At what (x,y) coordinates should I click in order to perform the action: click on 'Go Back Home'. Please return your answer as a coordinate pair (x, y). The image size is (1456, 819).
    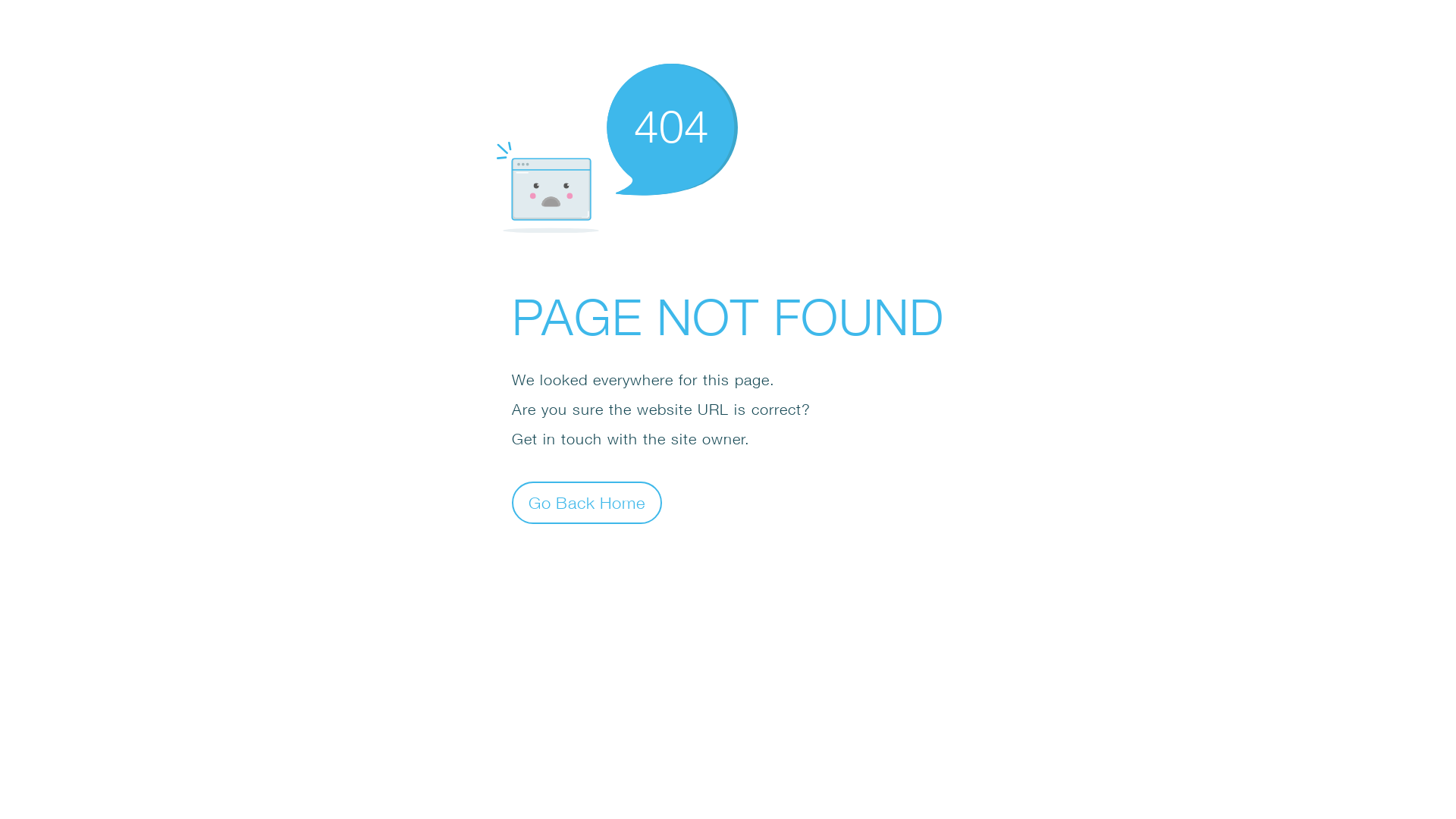
    Looking at the image, I should click on (585, 503).